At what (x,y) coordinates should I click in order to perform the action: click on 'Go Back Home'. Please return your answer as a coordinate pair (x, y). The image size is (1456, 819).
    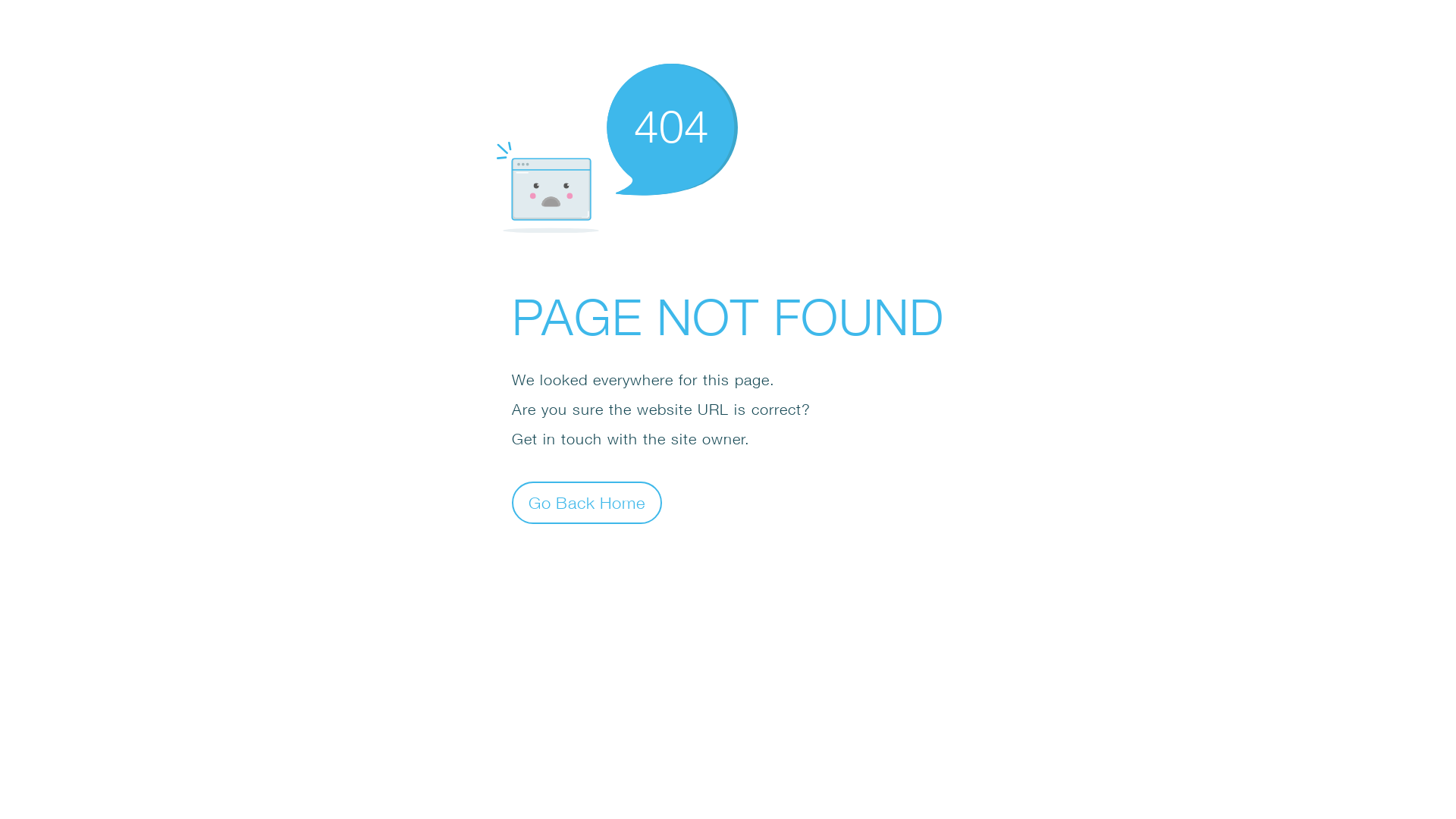
    Looking at the image, I should click on (585, 503).